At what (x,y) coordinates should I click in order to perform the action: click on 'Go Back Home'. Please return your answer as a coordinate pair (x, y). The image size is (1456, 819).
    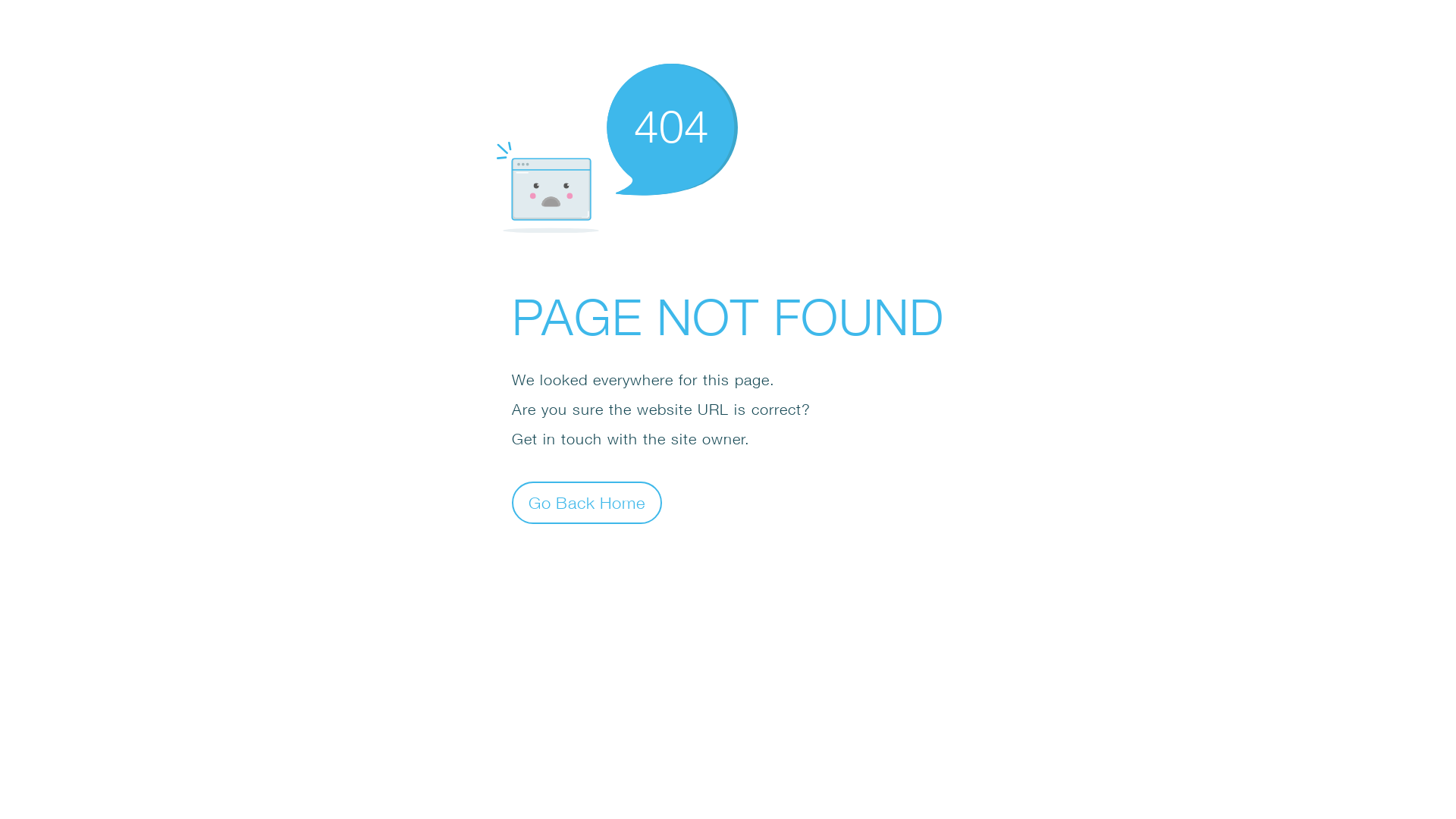
    Looking at the image, I should click on (585, 503).